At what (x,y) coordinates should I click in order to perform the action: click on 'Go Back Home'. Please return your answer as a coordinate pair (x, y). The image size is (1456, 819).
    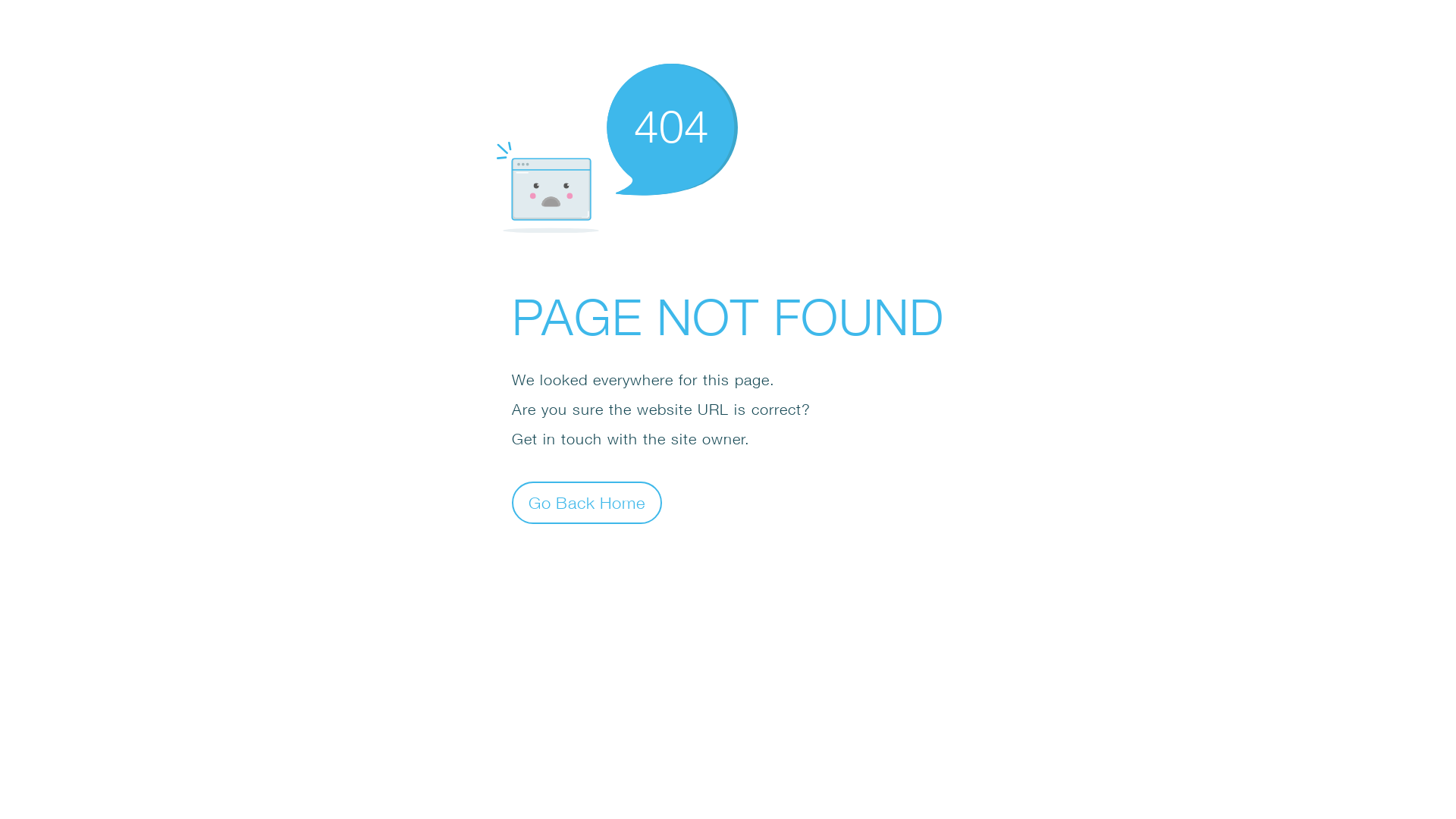
    Looking at the image, I should click on (585, 503).